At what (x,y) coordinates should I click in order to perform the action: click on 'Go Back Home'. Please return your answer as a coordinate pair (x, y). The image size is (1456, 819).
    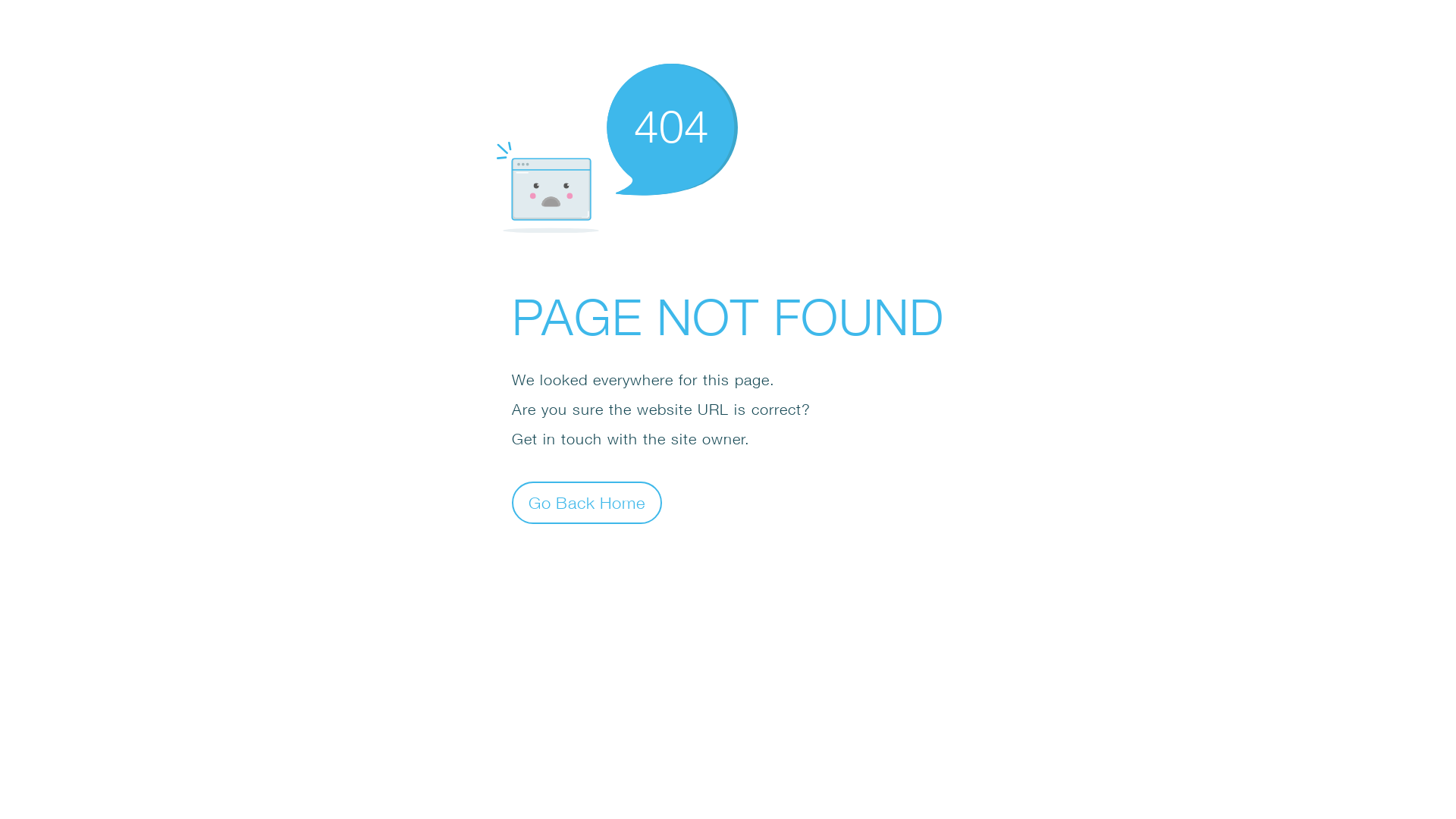
    Looking at the image, I should click on (585, 503).